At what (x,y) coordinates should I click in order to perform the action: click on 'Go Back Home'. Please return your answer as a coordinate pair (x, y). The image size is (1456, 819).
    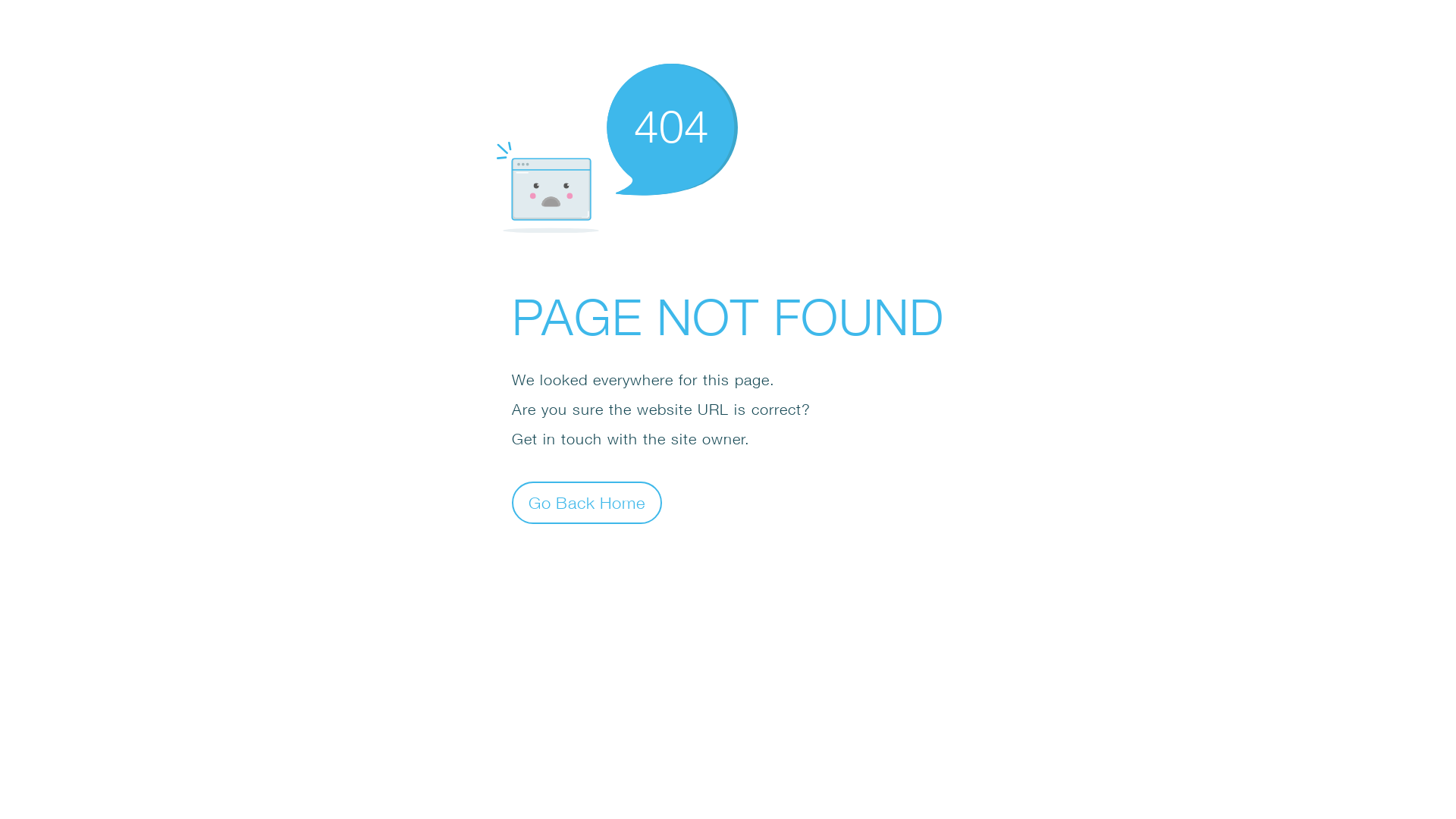
    Looking at the image, I should click on (585, 503).